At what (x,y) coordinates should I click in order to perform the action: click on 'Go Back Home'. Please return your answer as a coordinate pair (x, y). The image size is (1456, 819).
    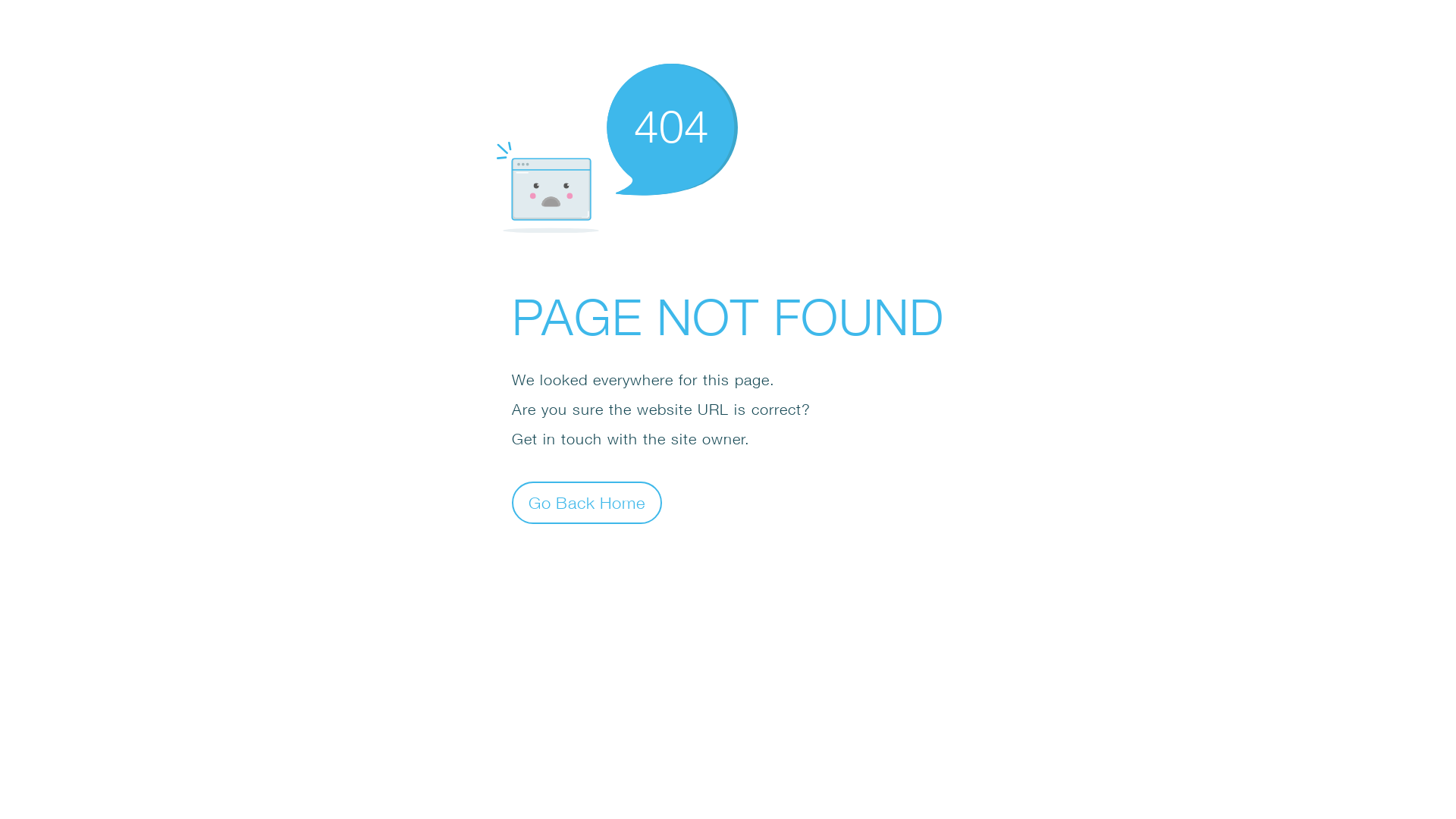
    Looking at the image, I should click on (585, 503).